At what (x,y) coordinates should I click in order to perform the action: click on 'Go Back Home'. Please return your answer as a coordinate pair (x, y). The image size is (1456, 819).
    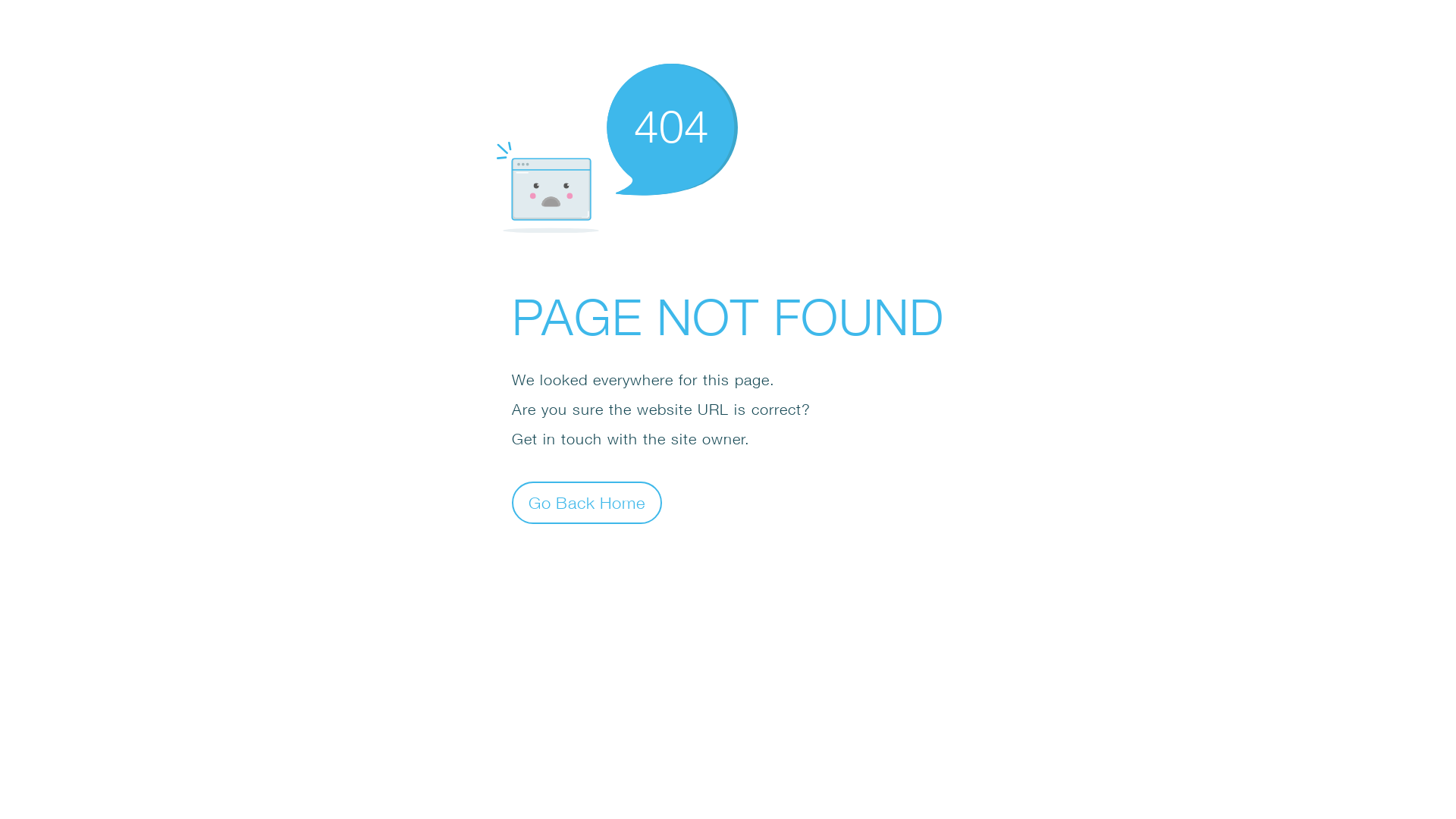
    Looking at the image, I should click on (585, 503).